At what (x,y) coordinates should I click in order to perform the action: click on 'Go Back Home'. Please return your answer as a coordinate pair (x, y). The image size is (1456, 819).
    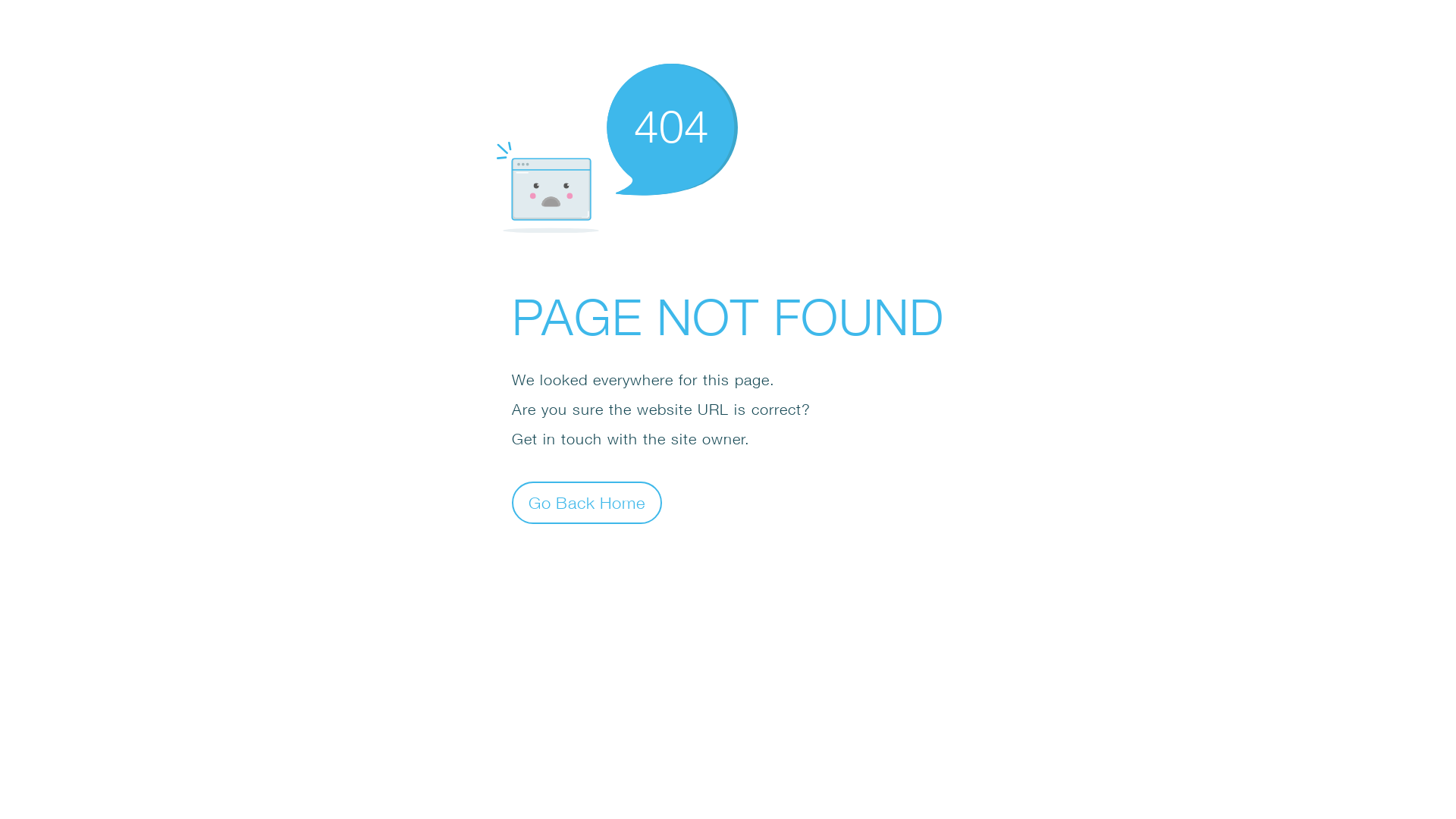
    Looking at the image, I should click on (585, 503).